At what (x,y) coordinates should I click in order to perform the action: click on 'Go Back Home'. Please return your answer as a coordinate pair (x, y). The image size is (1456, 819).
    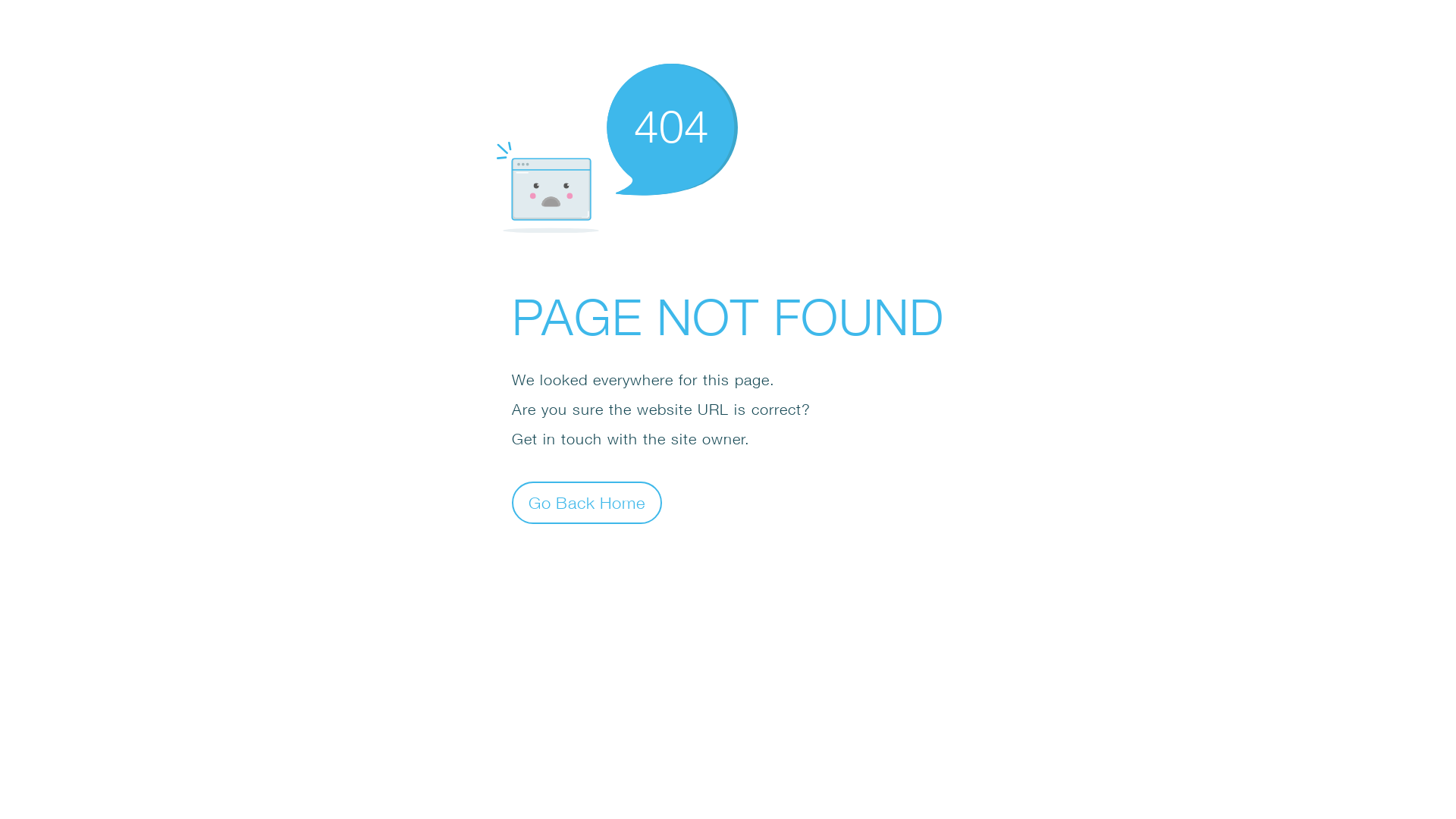
    Looking at the image, I should click on (585, 503).